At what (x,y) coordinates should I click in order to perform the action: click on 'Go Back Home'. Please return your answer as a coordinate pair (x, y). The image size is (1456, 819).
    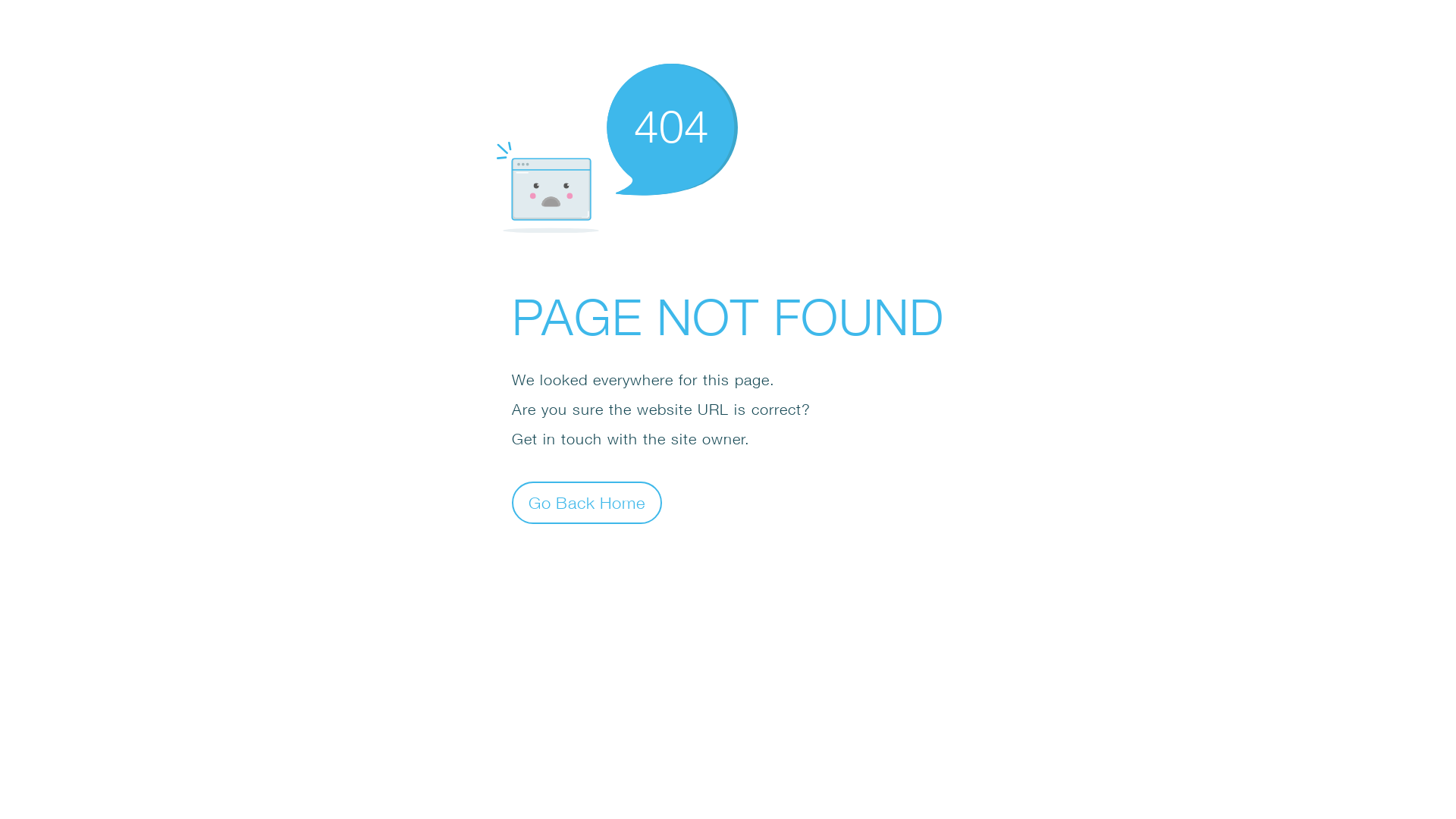
    Looking at the image, I should click on (585, 503).